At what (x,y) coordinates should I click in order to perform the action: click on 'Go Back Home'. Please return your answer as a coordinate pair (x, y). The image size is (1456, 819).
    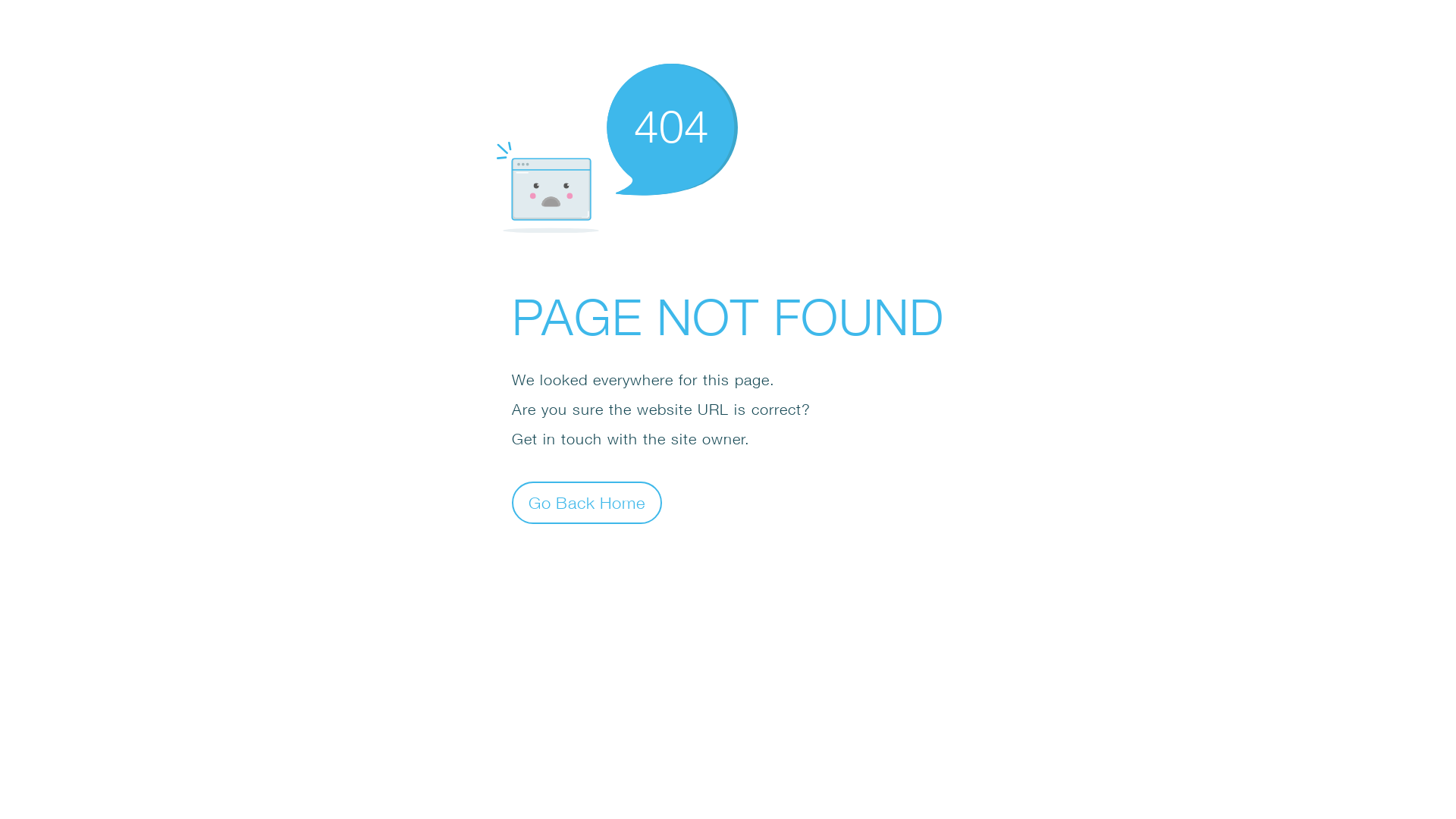
    Looking at the image, I should click on (585, 503).